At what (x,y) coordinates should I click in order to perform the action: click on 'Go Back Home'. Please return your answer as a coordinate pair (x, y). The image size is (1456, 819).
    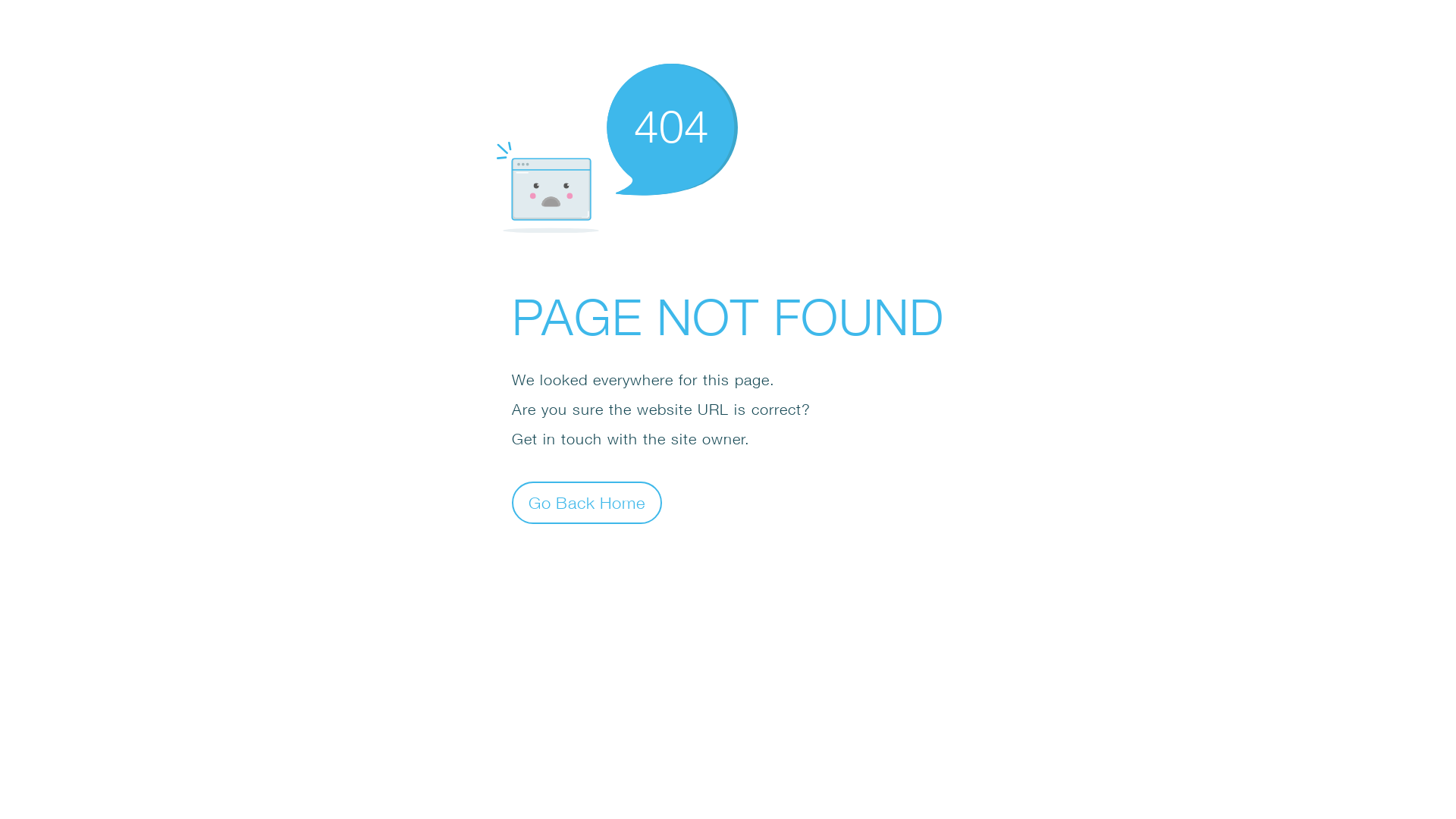
    Looking at the image, I should click on (585, 503).